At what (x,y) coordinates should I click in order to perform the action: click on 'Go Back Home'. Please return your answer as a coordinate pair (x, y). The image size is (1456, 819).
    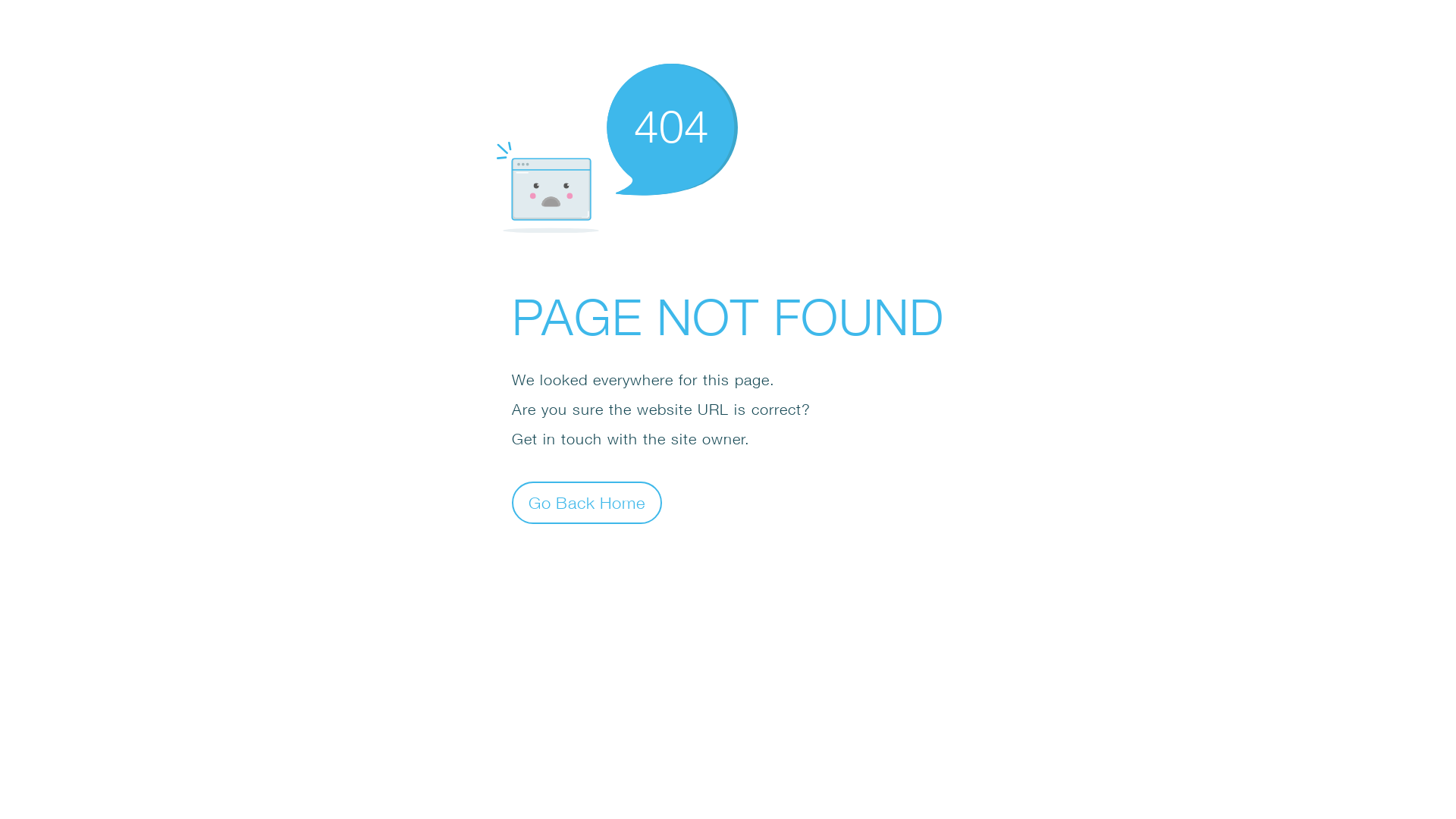
    Looking at the image, I should click on (585, 503).